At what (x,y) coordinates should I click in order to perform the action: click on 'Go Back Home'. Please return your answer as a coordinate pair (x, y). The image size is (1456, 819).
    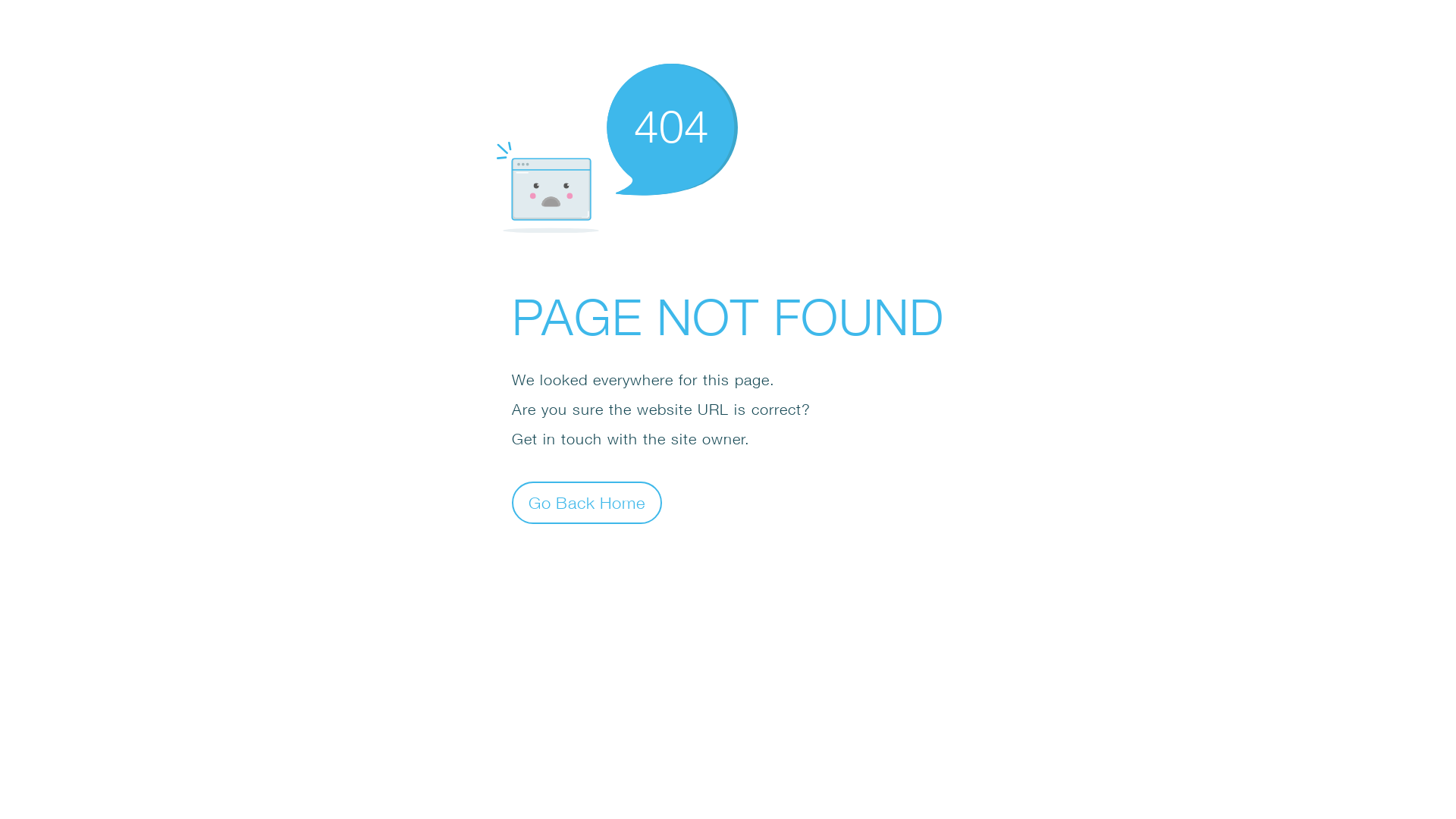
    Looking at the image, I should click on (585, 503).